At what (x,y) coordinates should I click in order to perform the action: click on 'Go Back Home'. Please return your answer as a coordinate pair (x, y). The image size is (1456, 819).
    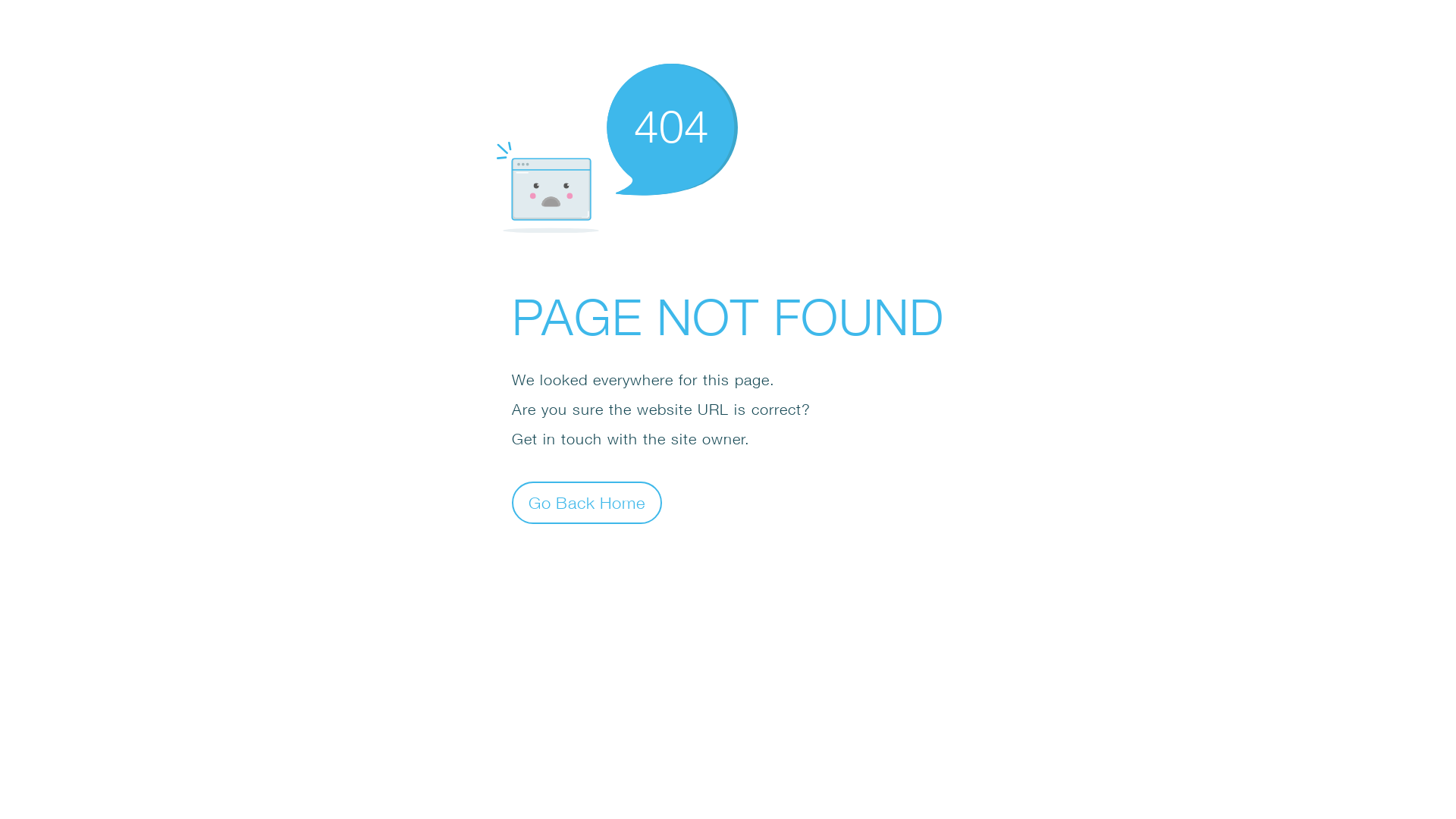
    Looking at the image, I should click on (585, 503).